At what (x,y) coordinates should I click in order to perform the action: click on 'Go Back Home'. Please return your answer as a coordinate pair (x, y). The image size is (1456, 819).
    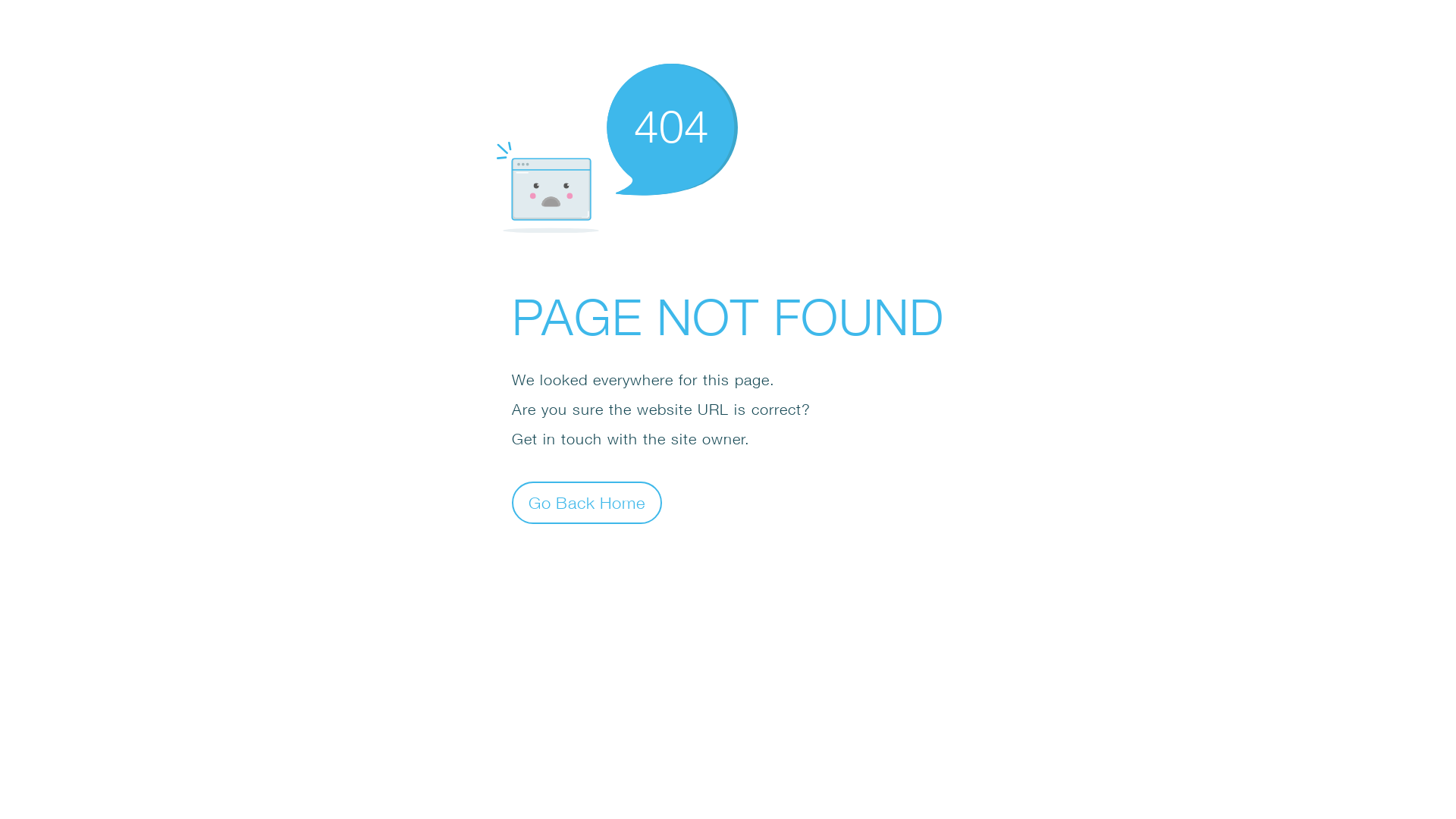
    Looking at the image, I should click on (585, 503).